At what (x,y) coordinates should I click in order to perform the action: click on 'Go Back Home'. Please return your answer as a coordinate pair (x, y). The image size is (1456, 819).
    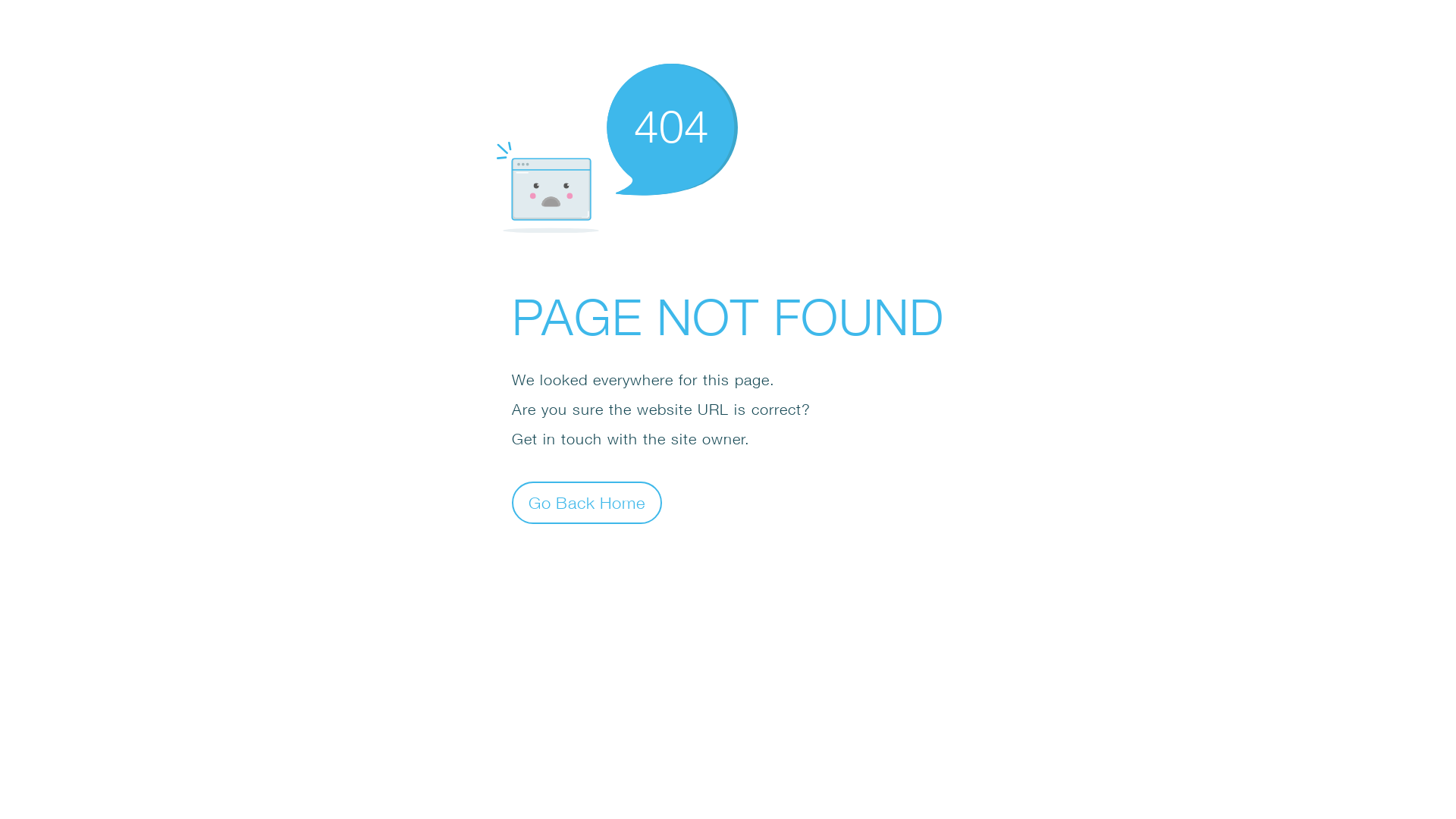
    Looking at the image, I should click on (585, 503).